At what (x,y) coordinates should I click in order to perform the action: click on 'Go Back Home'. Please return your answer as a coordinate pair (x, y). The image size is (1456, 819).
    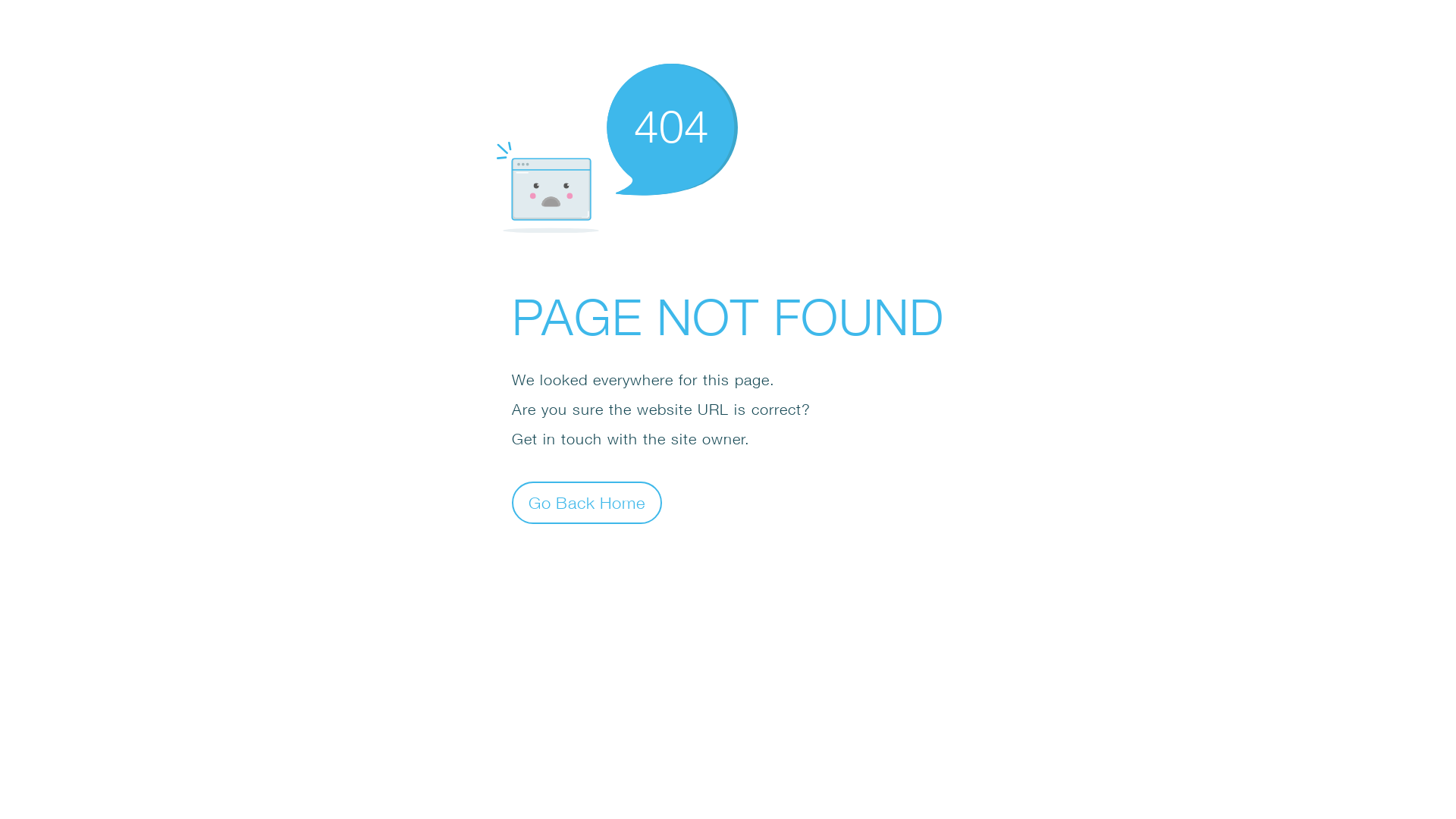
    Looking at the image, I should click on (585, 503).